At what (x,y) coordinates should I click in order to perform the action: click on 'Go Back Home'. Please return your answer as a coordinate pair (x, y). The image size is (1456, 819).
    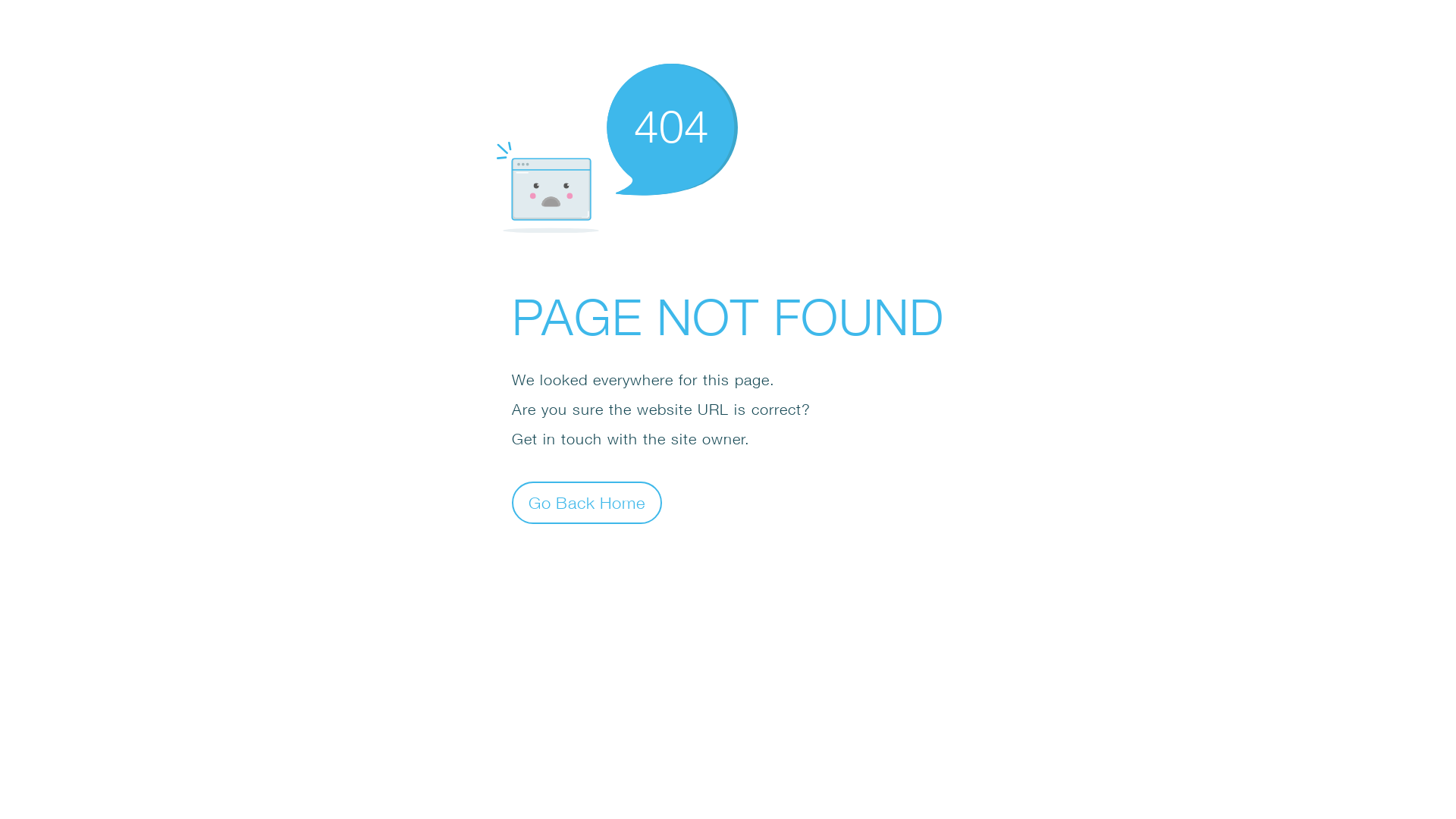
    Looking at the image, I should click on (585, 503).